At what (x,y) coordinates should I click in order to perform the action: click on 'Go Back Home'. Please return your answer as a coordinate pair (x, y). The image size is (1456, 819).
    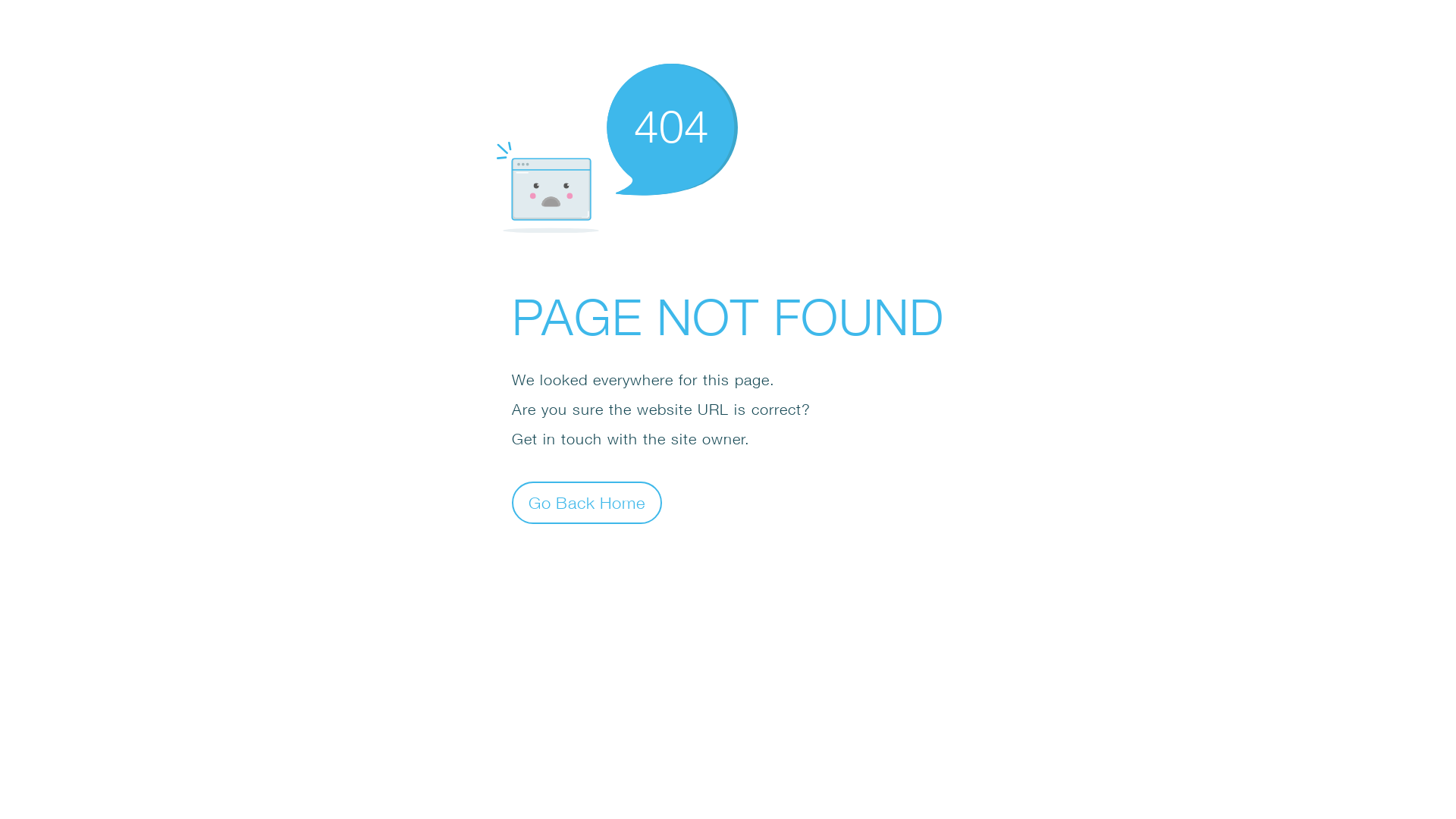
    Looking at the image, I should click on (585, 503).